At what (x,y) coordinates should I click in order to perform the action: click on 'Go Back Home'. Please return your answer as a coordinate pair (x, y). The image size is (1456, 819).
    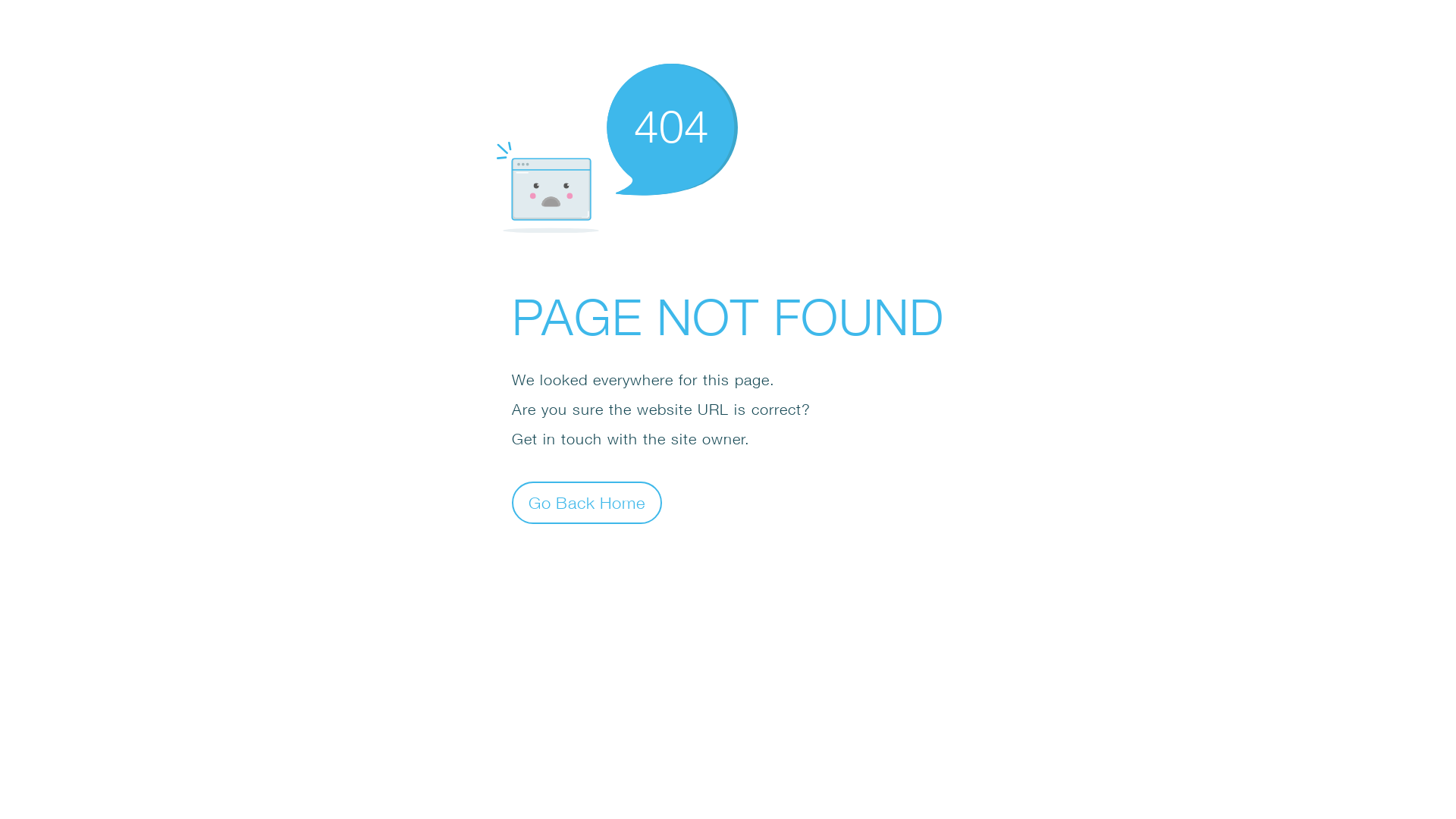
    Looking at the image, I should click on (585, 503).